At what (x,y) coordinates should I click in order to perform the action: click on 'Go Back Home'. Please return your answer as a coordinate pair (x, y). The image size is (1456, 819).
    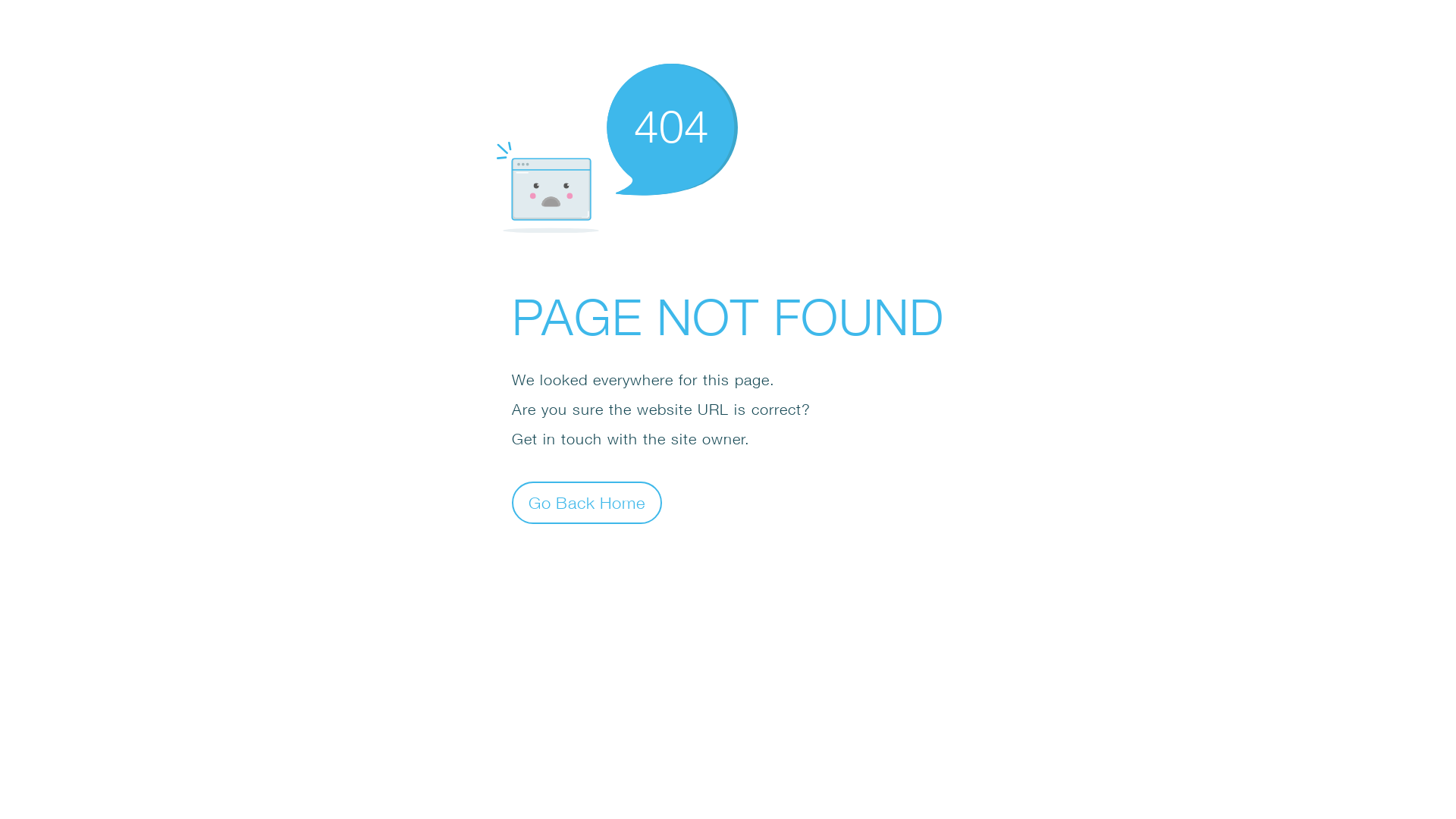
    Looking at the image, I should click on (585, 503).